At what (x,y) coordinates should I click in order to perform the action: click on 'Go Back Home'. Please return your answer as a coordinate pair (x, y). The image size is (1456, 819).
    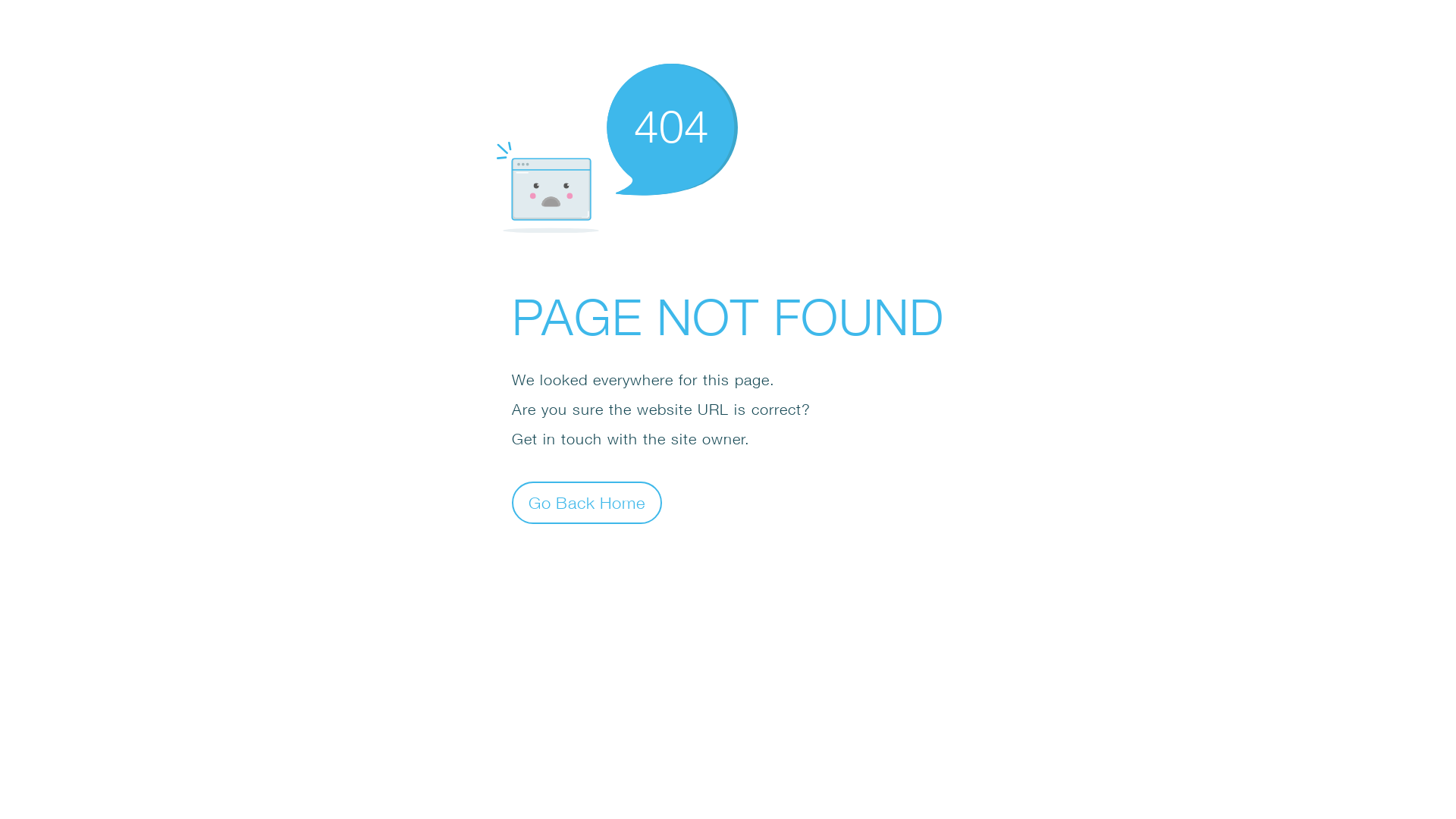
    Looking at the image, I should click on (585, 503).